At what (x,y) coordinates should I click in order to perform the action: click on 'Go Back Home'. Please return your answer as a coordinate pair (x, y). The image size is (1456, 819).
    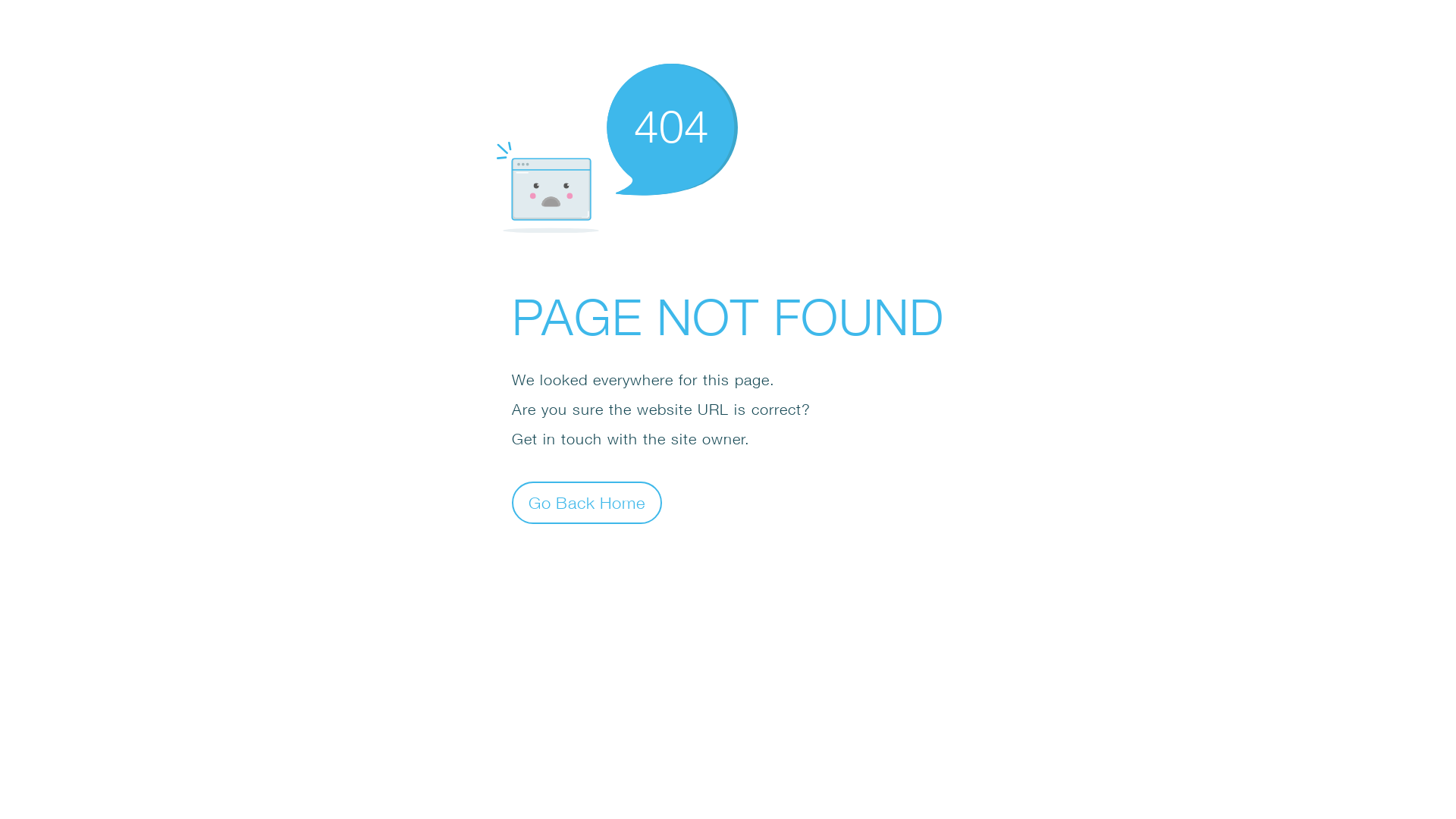
    Looking at the image, I should click on (585, 503).